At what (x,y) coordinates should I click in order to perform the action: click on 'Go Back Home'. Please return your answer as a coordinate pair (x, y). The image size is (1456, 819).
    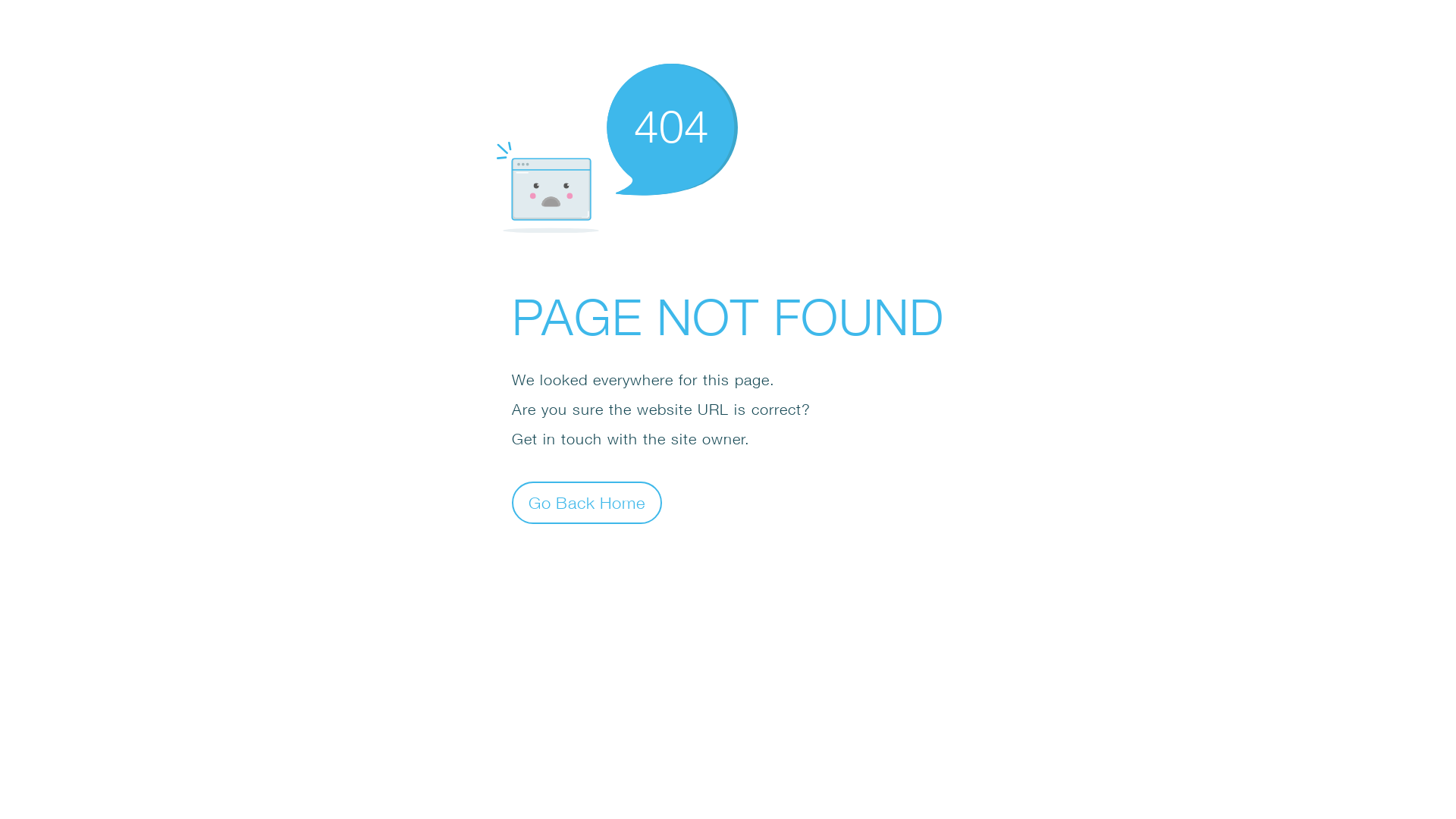
    Looking at the image, I should click on (585, 503).